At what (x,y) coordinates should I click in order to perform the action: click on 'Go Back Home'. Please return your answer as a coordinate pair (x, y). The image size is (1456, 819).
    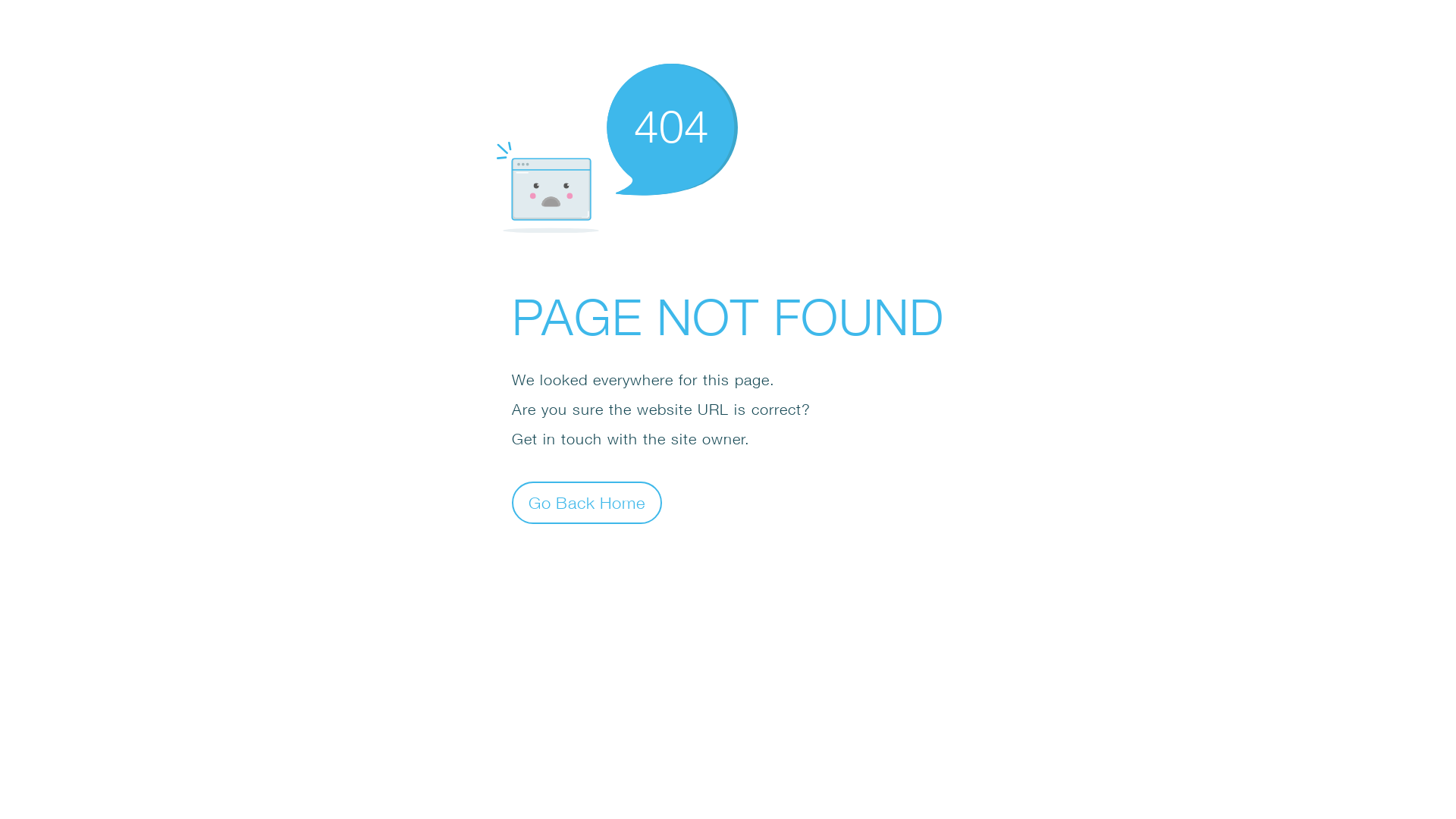
    Looking at the image, I should click on (585, 503).